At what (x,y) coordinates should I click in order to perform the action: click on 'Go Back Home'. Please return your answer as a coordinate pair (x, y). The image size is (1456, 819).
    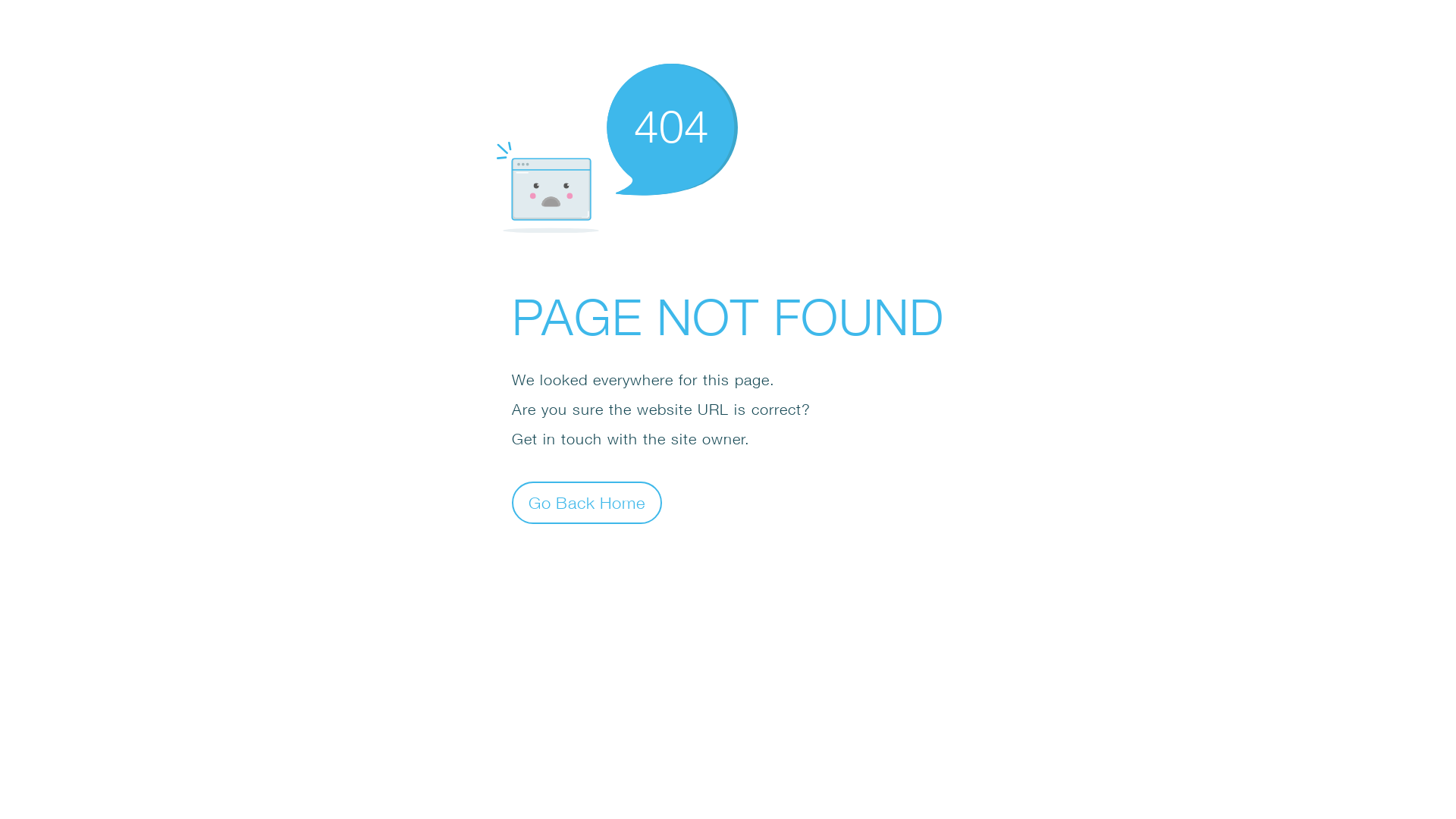
    Looking at the image, I should click on (585, 503).